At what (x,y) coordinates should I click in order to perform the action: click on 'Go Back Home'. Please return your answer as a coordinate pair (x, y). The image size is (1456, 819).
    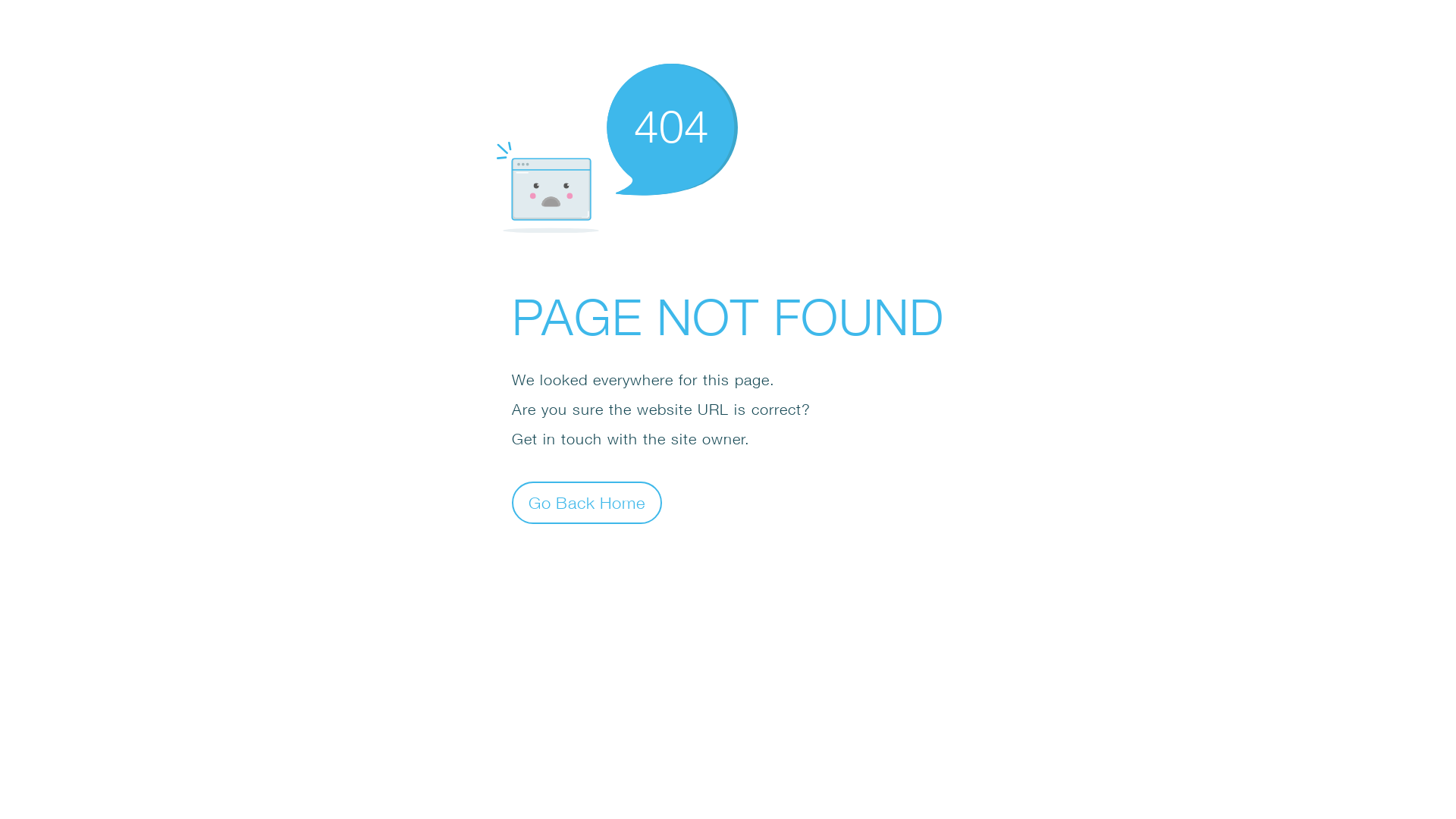
    Looking at the image, I should click on (585, 503).